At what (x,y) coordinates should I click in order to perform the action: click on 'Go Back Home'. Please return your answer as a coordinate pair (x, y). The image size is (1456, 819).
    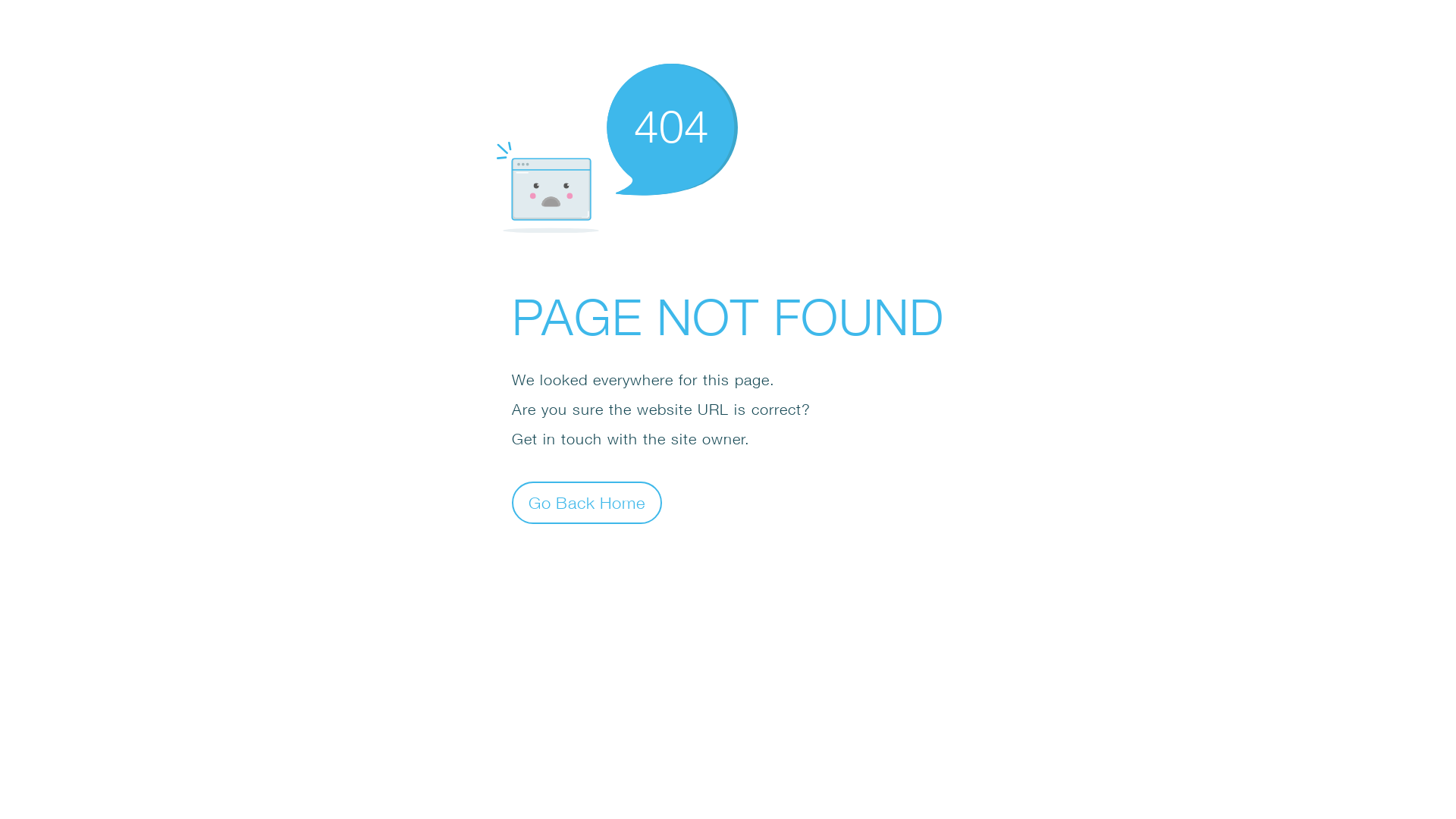
    Looking at the image, I should click on (585, 503).